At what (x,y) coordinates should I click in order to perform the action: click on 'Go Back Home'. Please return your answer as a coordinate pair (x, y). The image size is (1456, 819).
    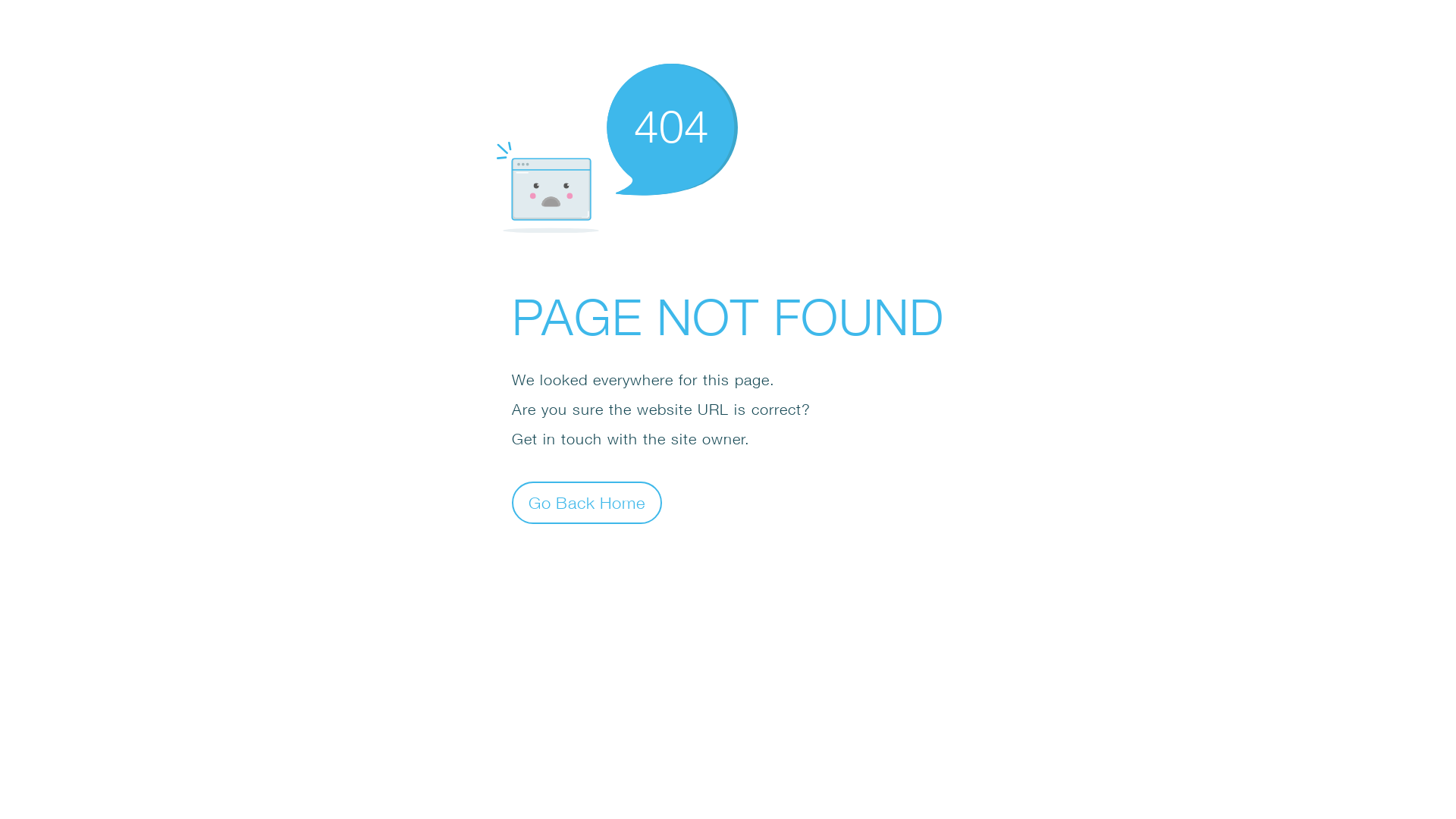
    Looking at the image, I should click on (585, 503).